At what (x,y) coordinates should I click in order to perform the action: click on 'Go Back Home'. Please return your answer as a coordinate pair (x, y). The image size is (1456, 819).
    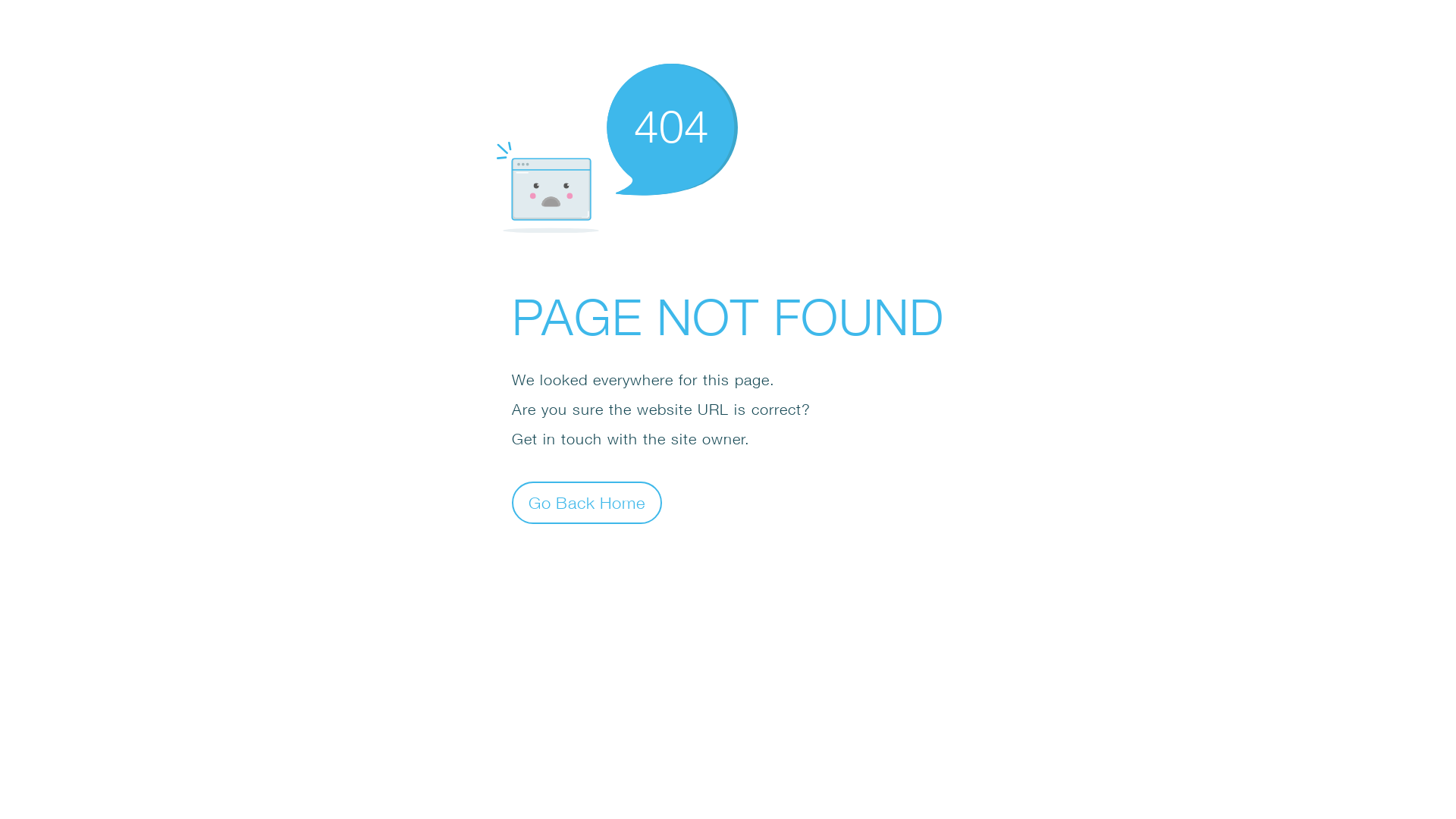
    Looking at the image, I should click on (585, 503).